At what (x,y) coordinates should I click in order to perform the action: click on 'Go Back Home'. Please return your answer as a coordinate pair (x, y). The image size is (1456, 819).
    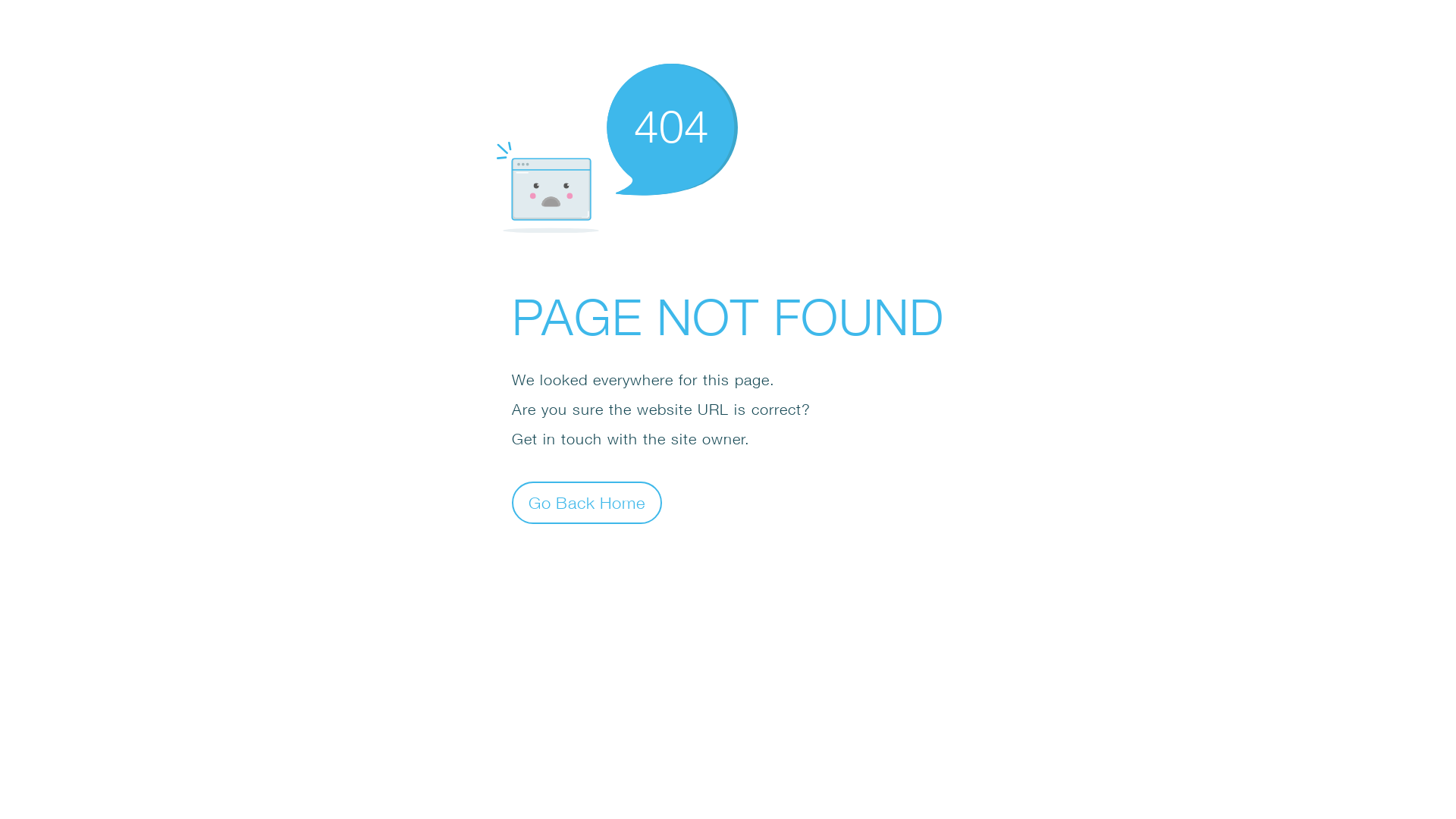
    Looking at the image, I should click on (585, 503).